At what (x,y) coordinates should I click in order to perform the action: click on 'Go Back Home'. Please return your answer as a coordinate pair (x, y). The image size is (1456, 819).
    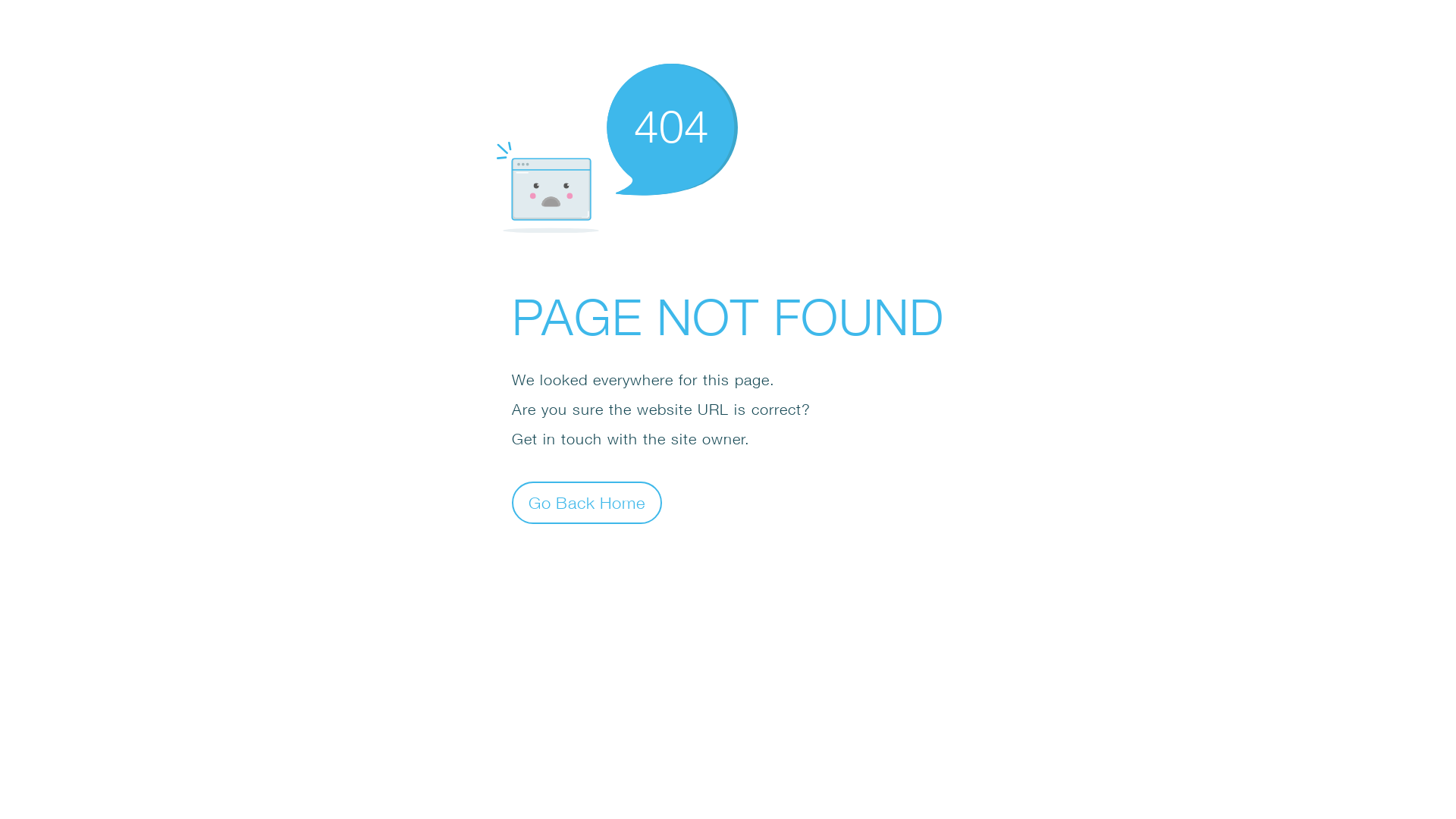
    Looking at the image, I should click on (585, 503).